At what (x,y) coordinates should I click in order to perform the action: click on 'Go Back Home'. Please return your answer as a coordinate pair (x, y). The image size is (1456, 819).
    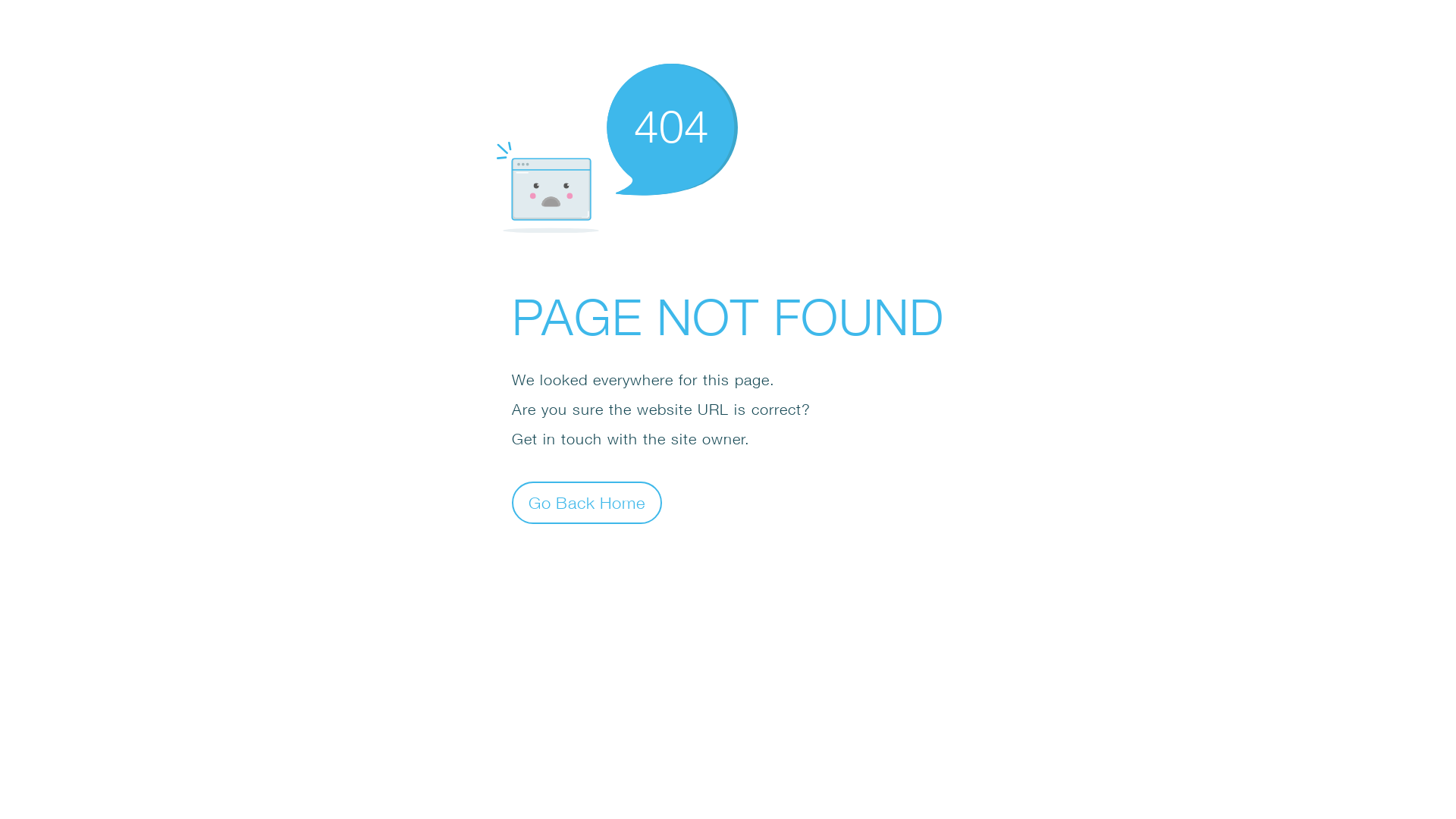
    Looking at the image, I should click on (585, 503).